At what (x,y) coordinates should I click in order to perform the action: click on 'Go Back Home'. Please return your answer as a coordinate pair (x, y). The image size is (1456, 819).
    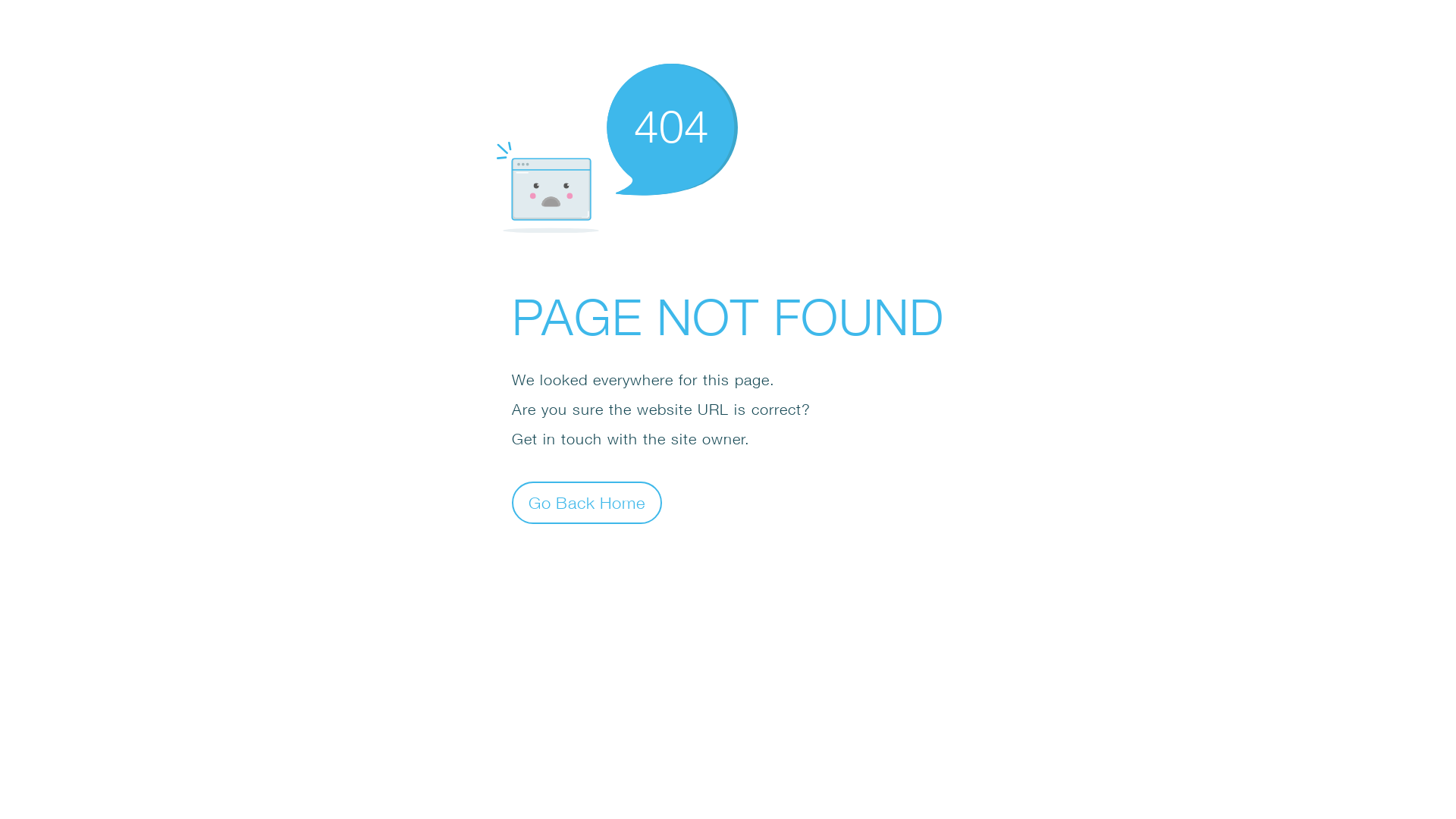
    Looking at the image, I should click on (585, 503).